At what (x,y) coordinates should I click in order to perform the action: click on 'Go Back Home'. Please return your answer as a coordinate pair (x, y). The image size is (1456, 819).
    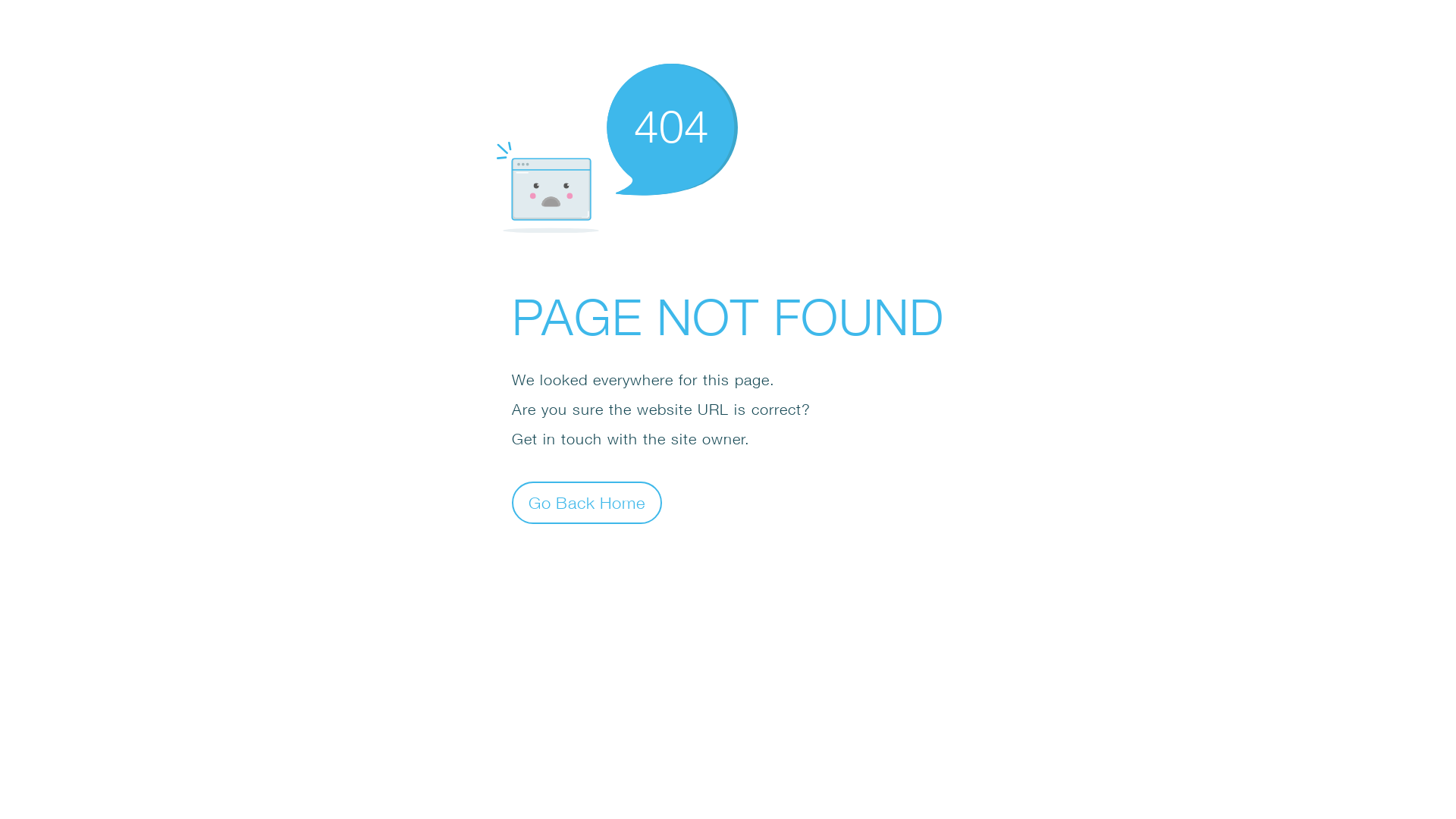
    Looking at the image, I should click on (585, 503).